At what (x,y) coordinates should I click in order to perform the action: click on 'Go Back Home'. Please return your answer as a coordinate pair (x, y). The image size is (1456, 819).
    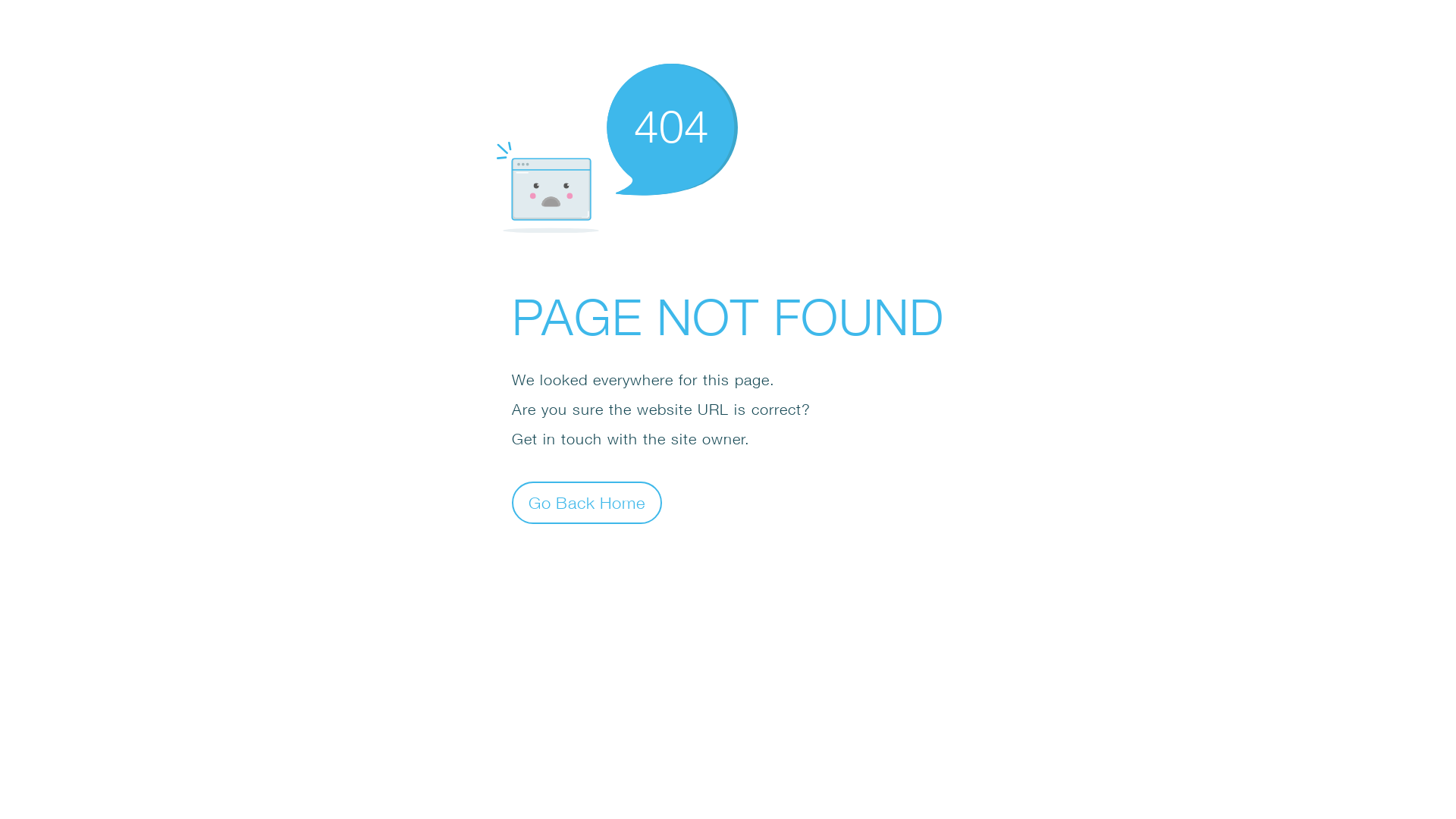
    Looking at the image, I should click on (585, 503).